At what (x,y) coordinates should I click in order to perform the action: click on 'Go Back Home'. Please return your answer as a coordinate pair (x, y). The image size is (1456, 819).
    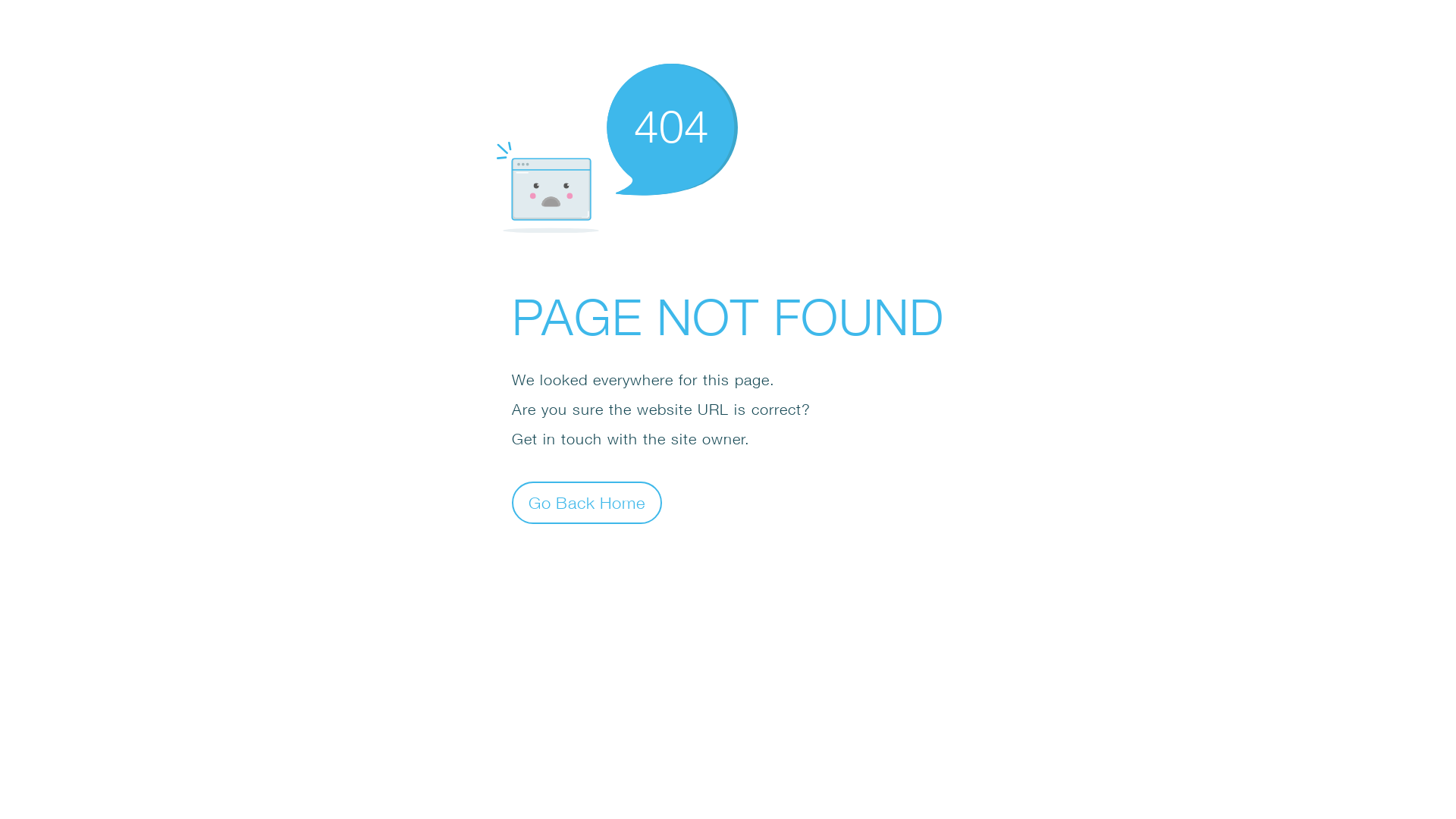
    Looking at the image, I should click on (585, 503).